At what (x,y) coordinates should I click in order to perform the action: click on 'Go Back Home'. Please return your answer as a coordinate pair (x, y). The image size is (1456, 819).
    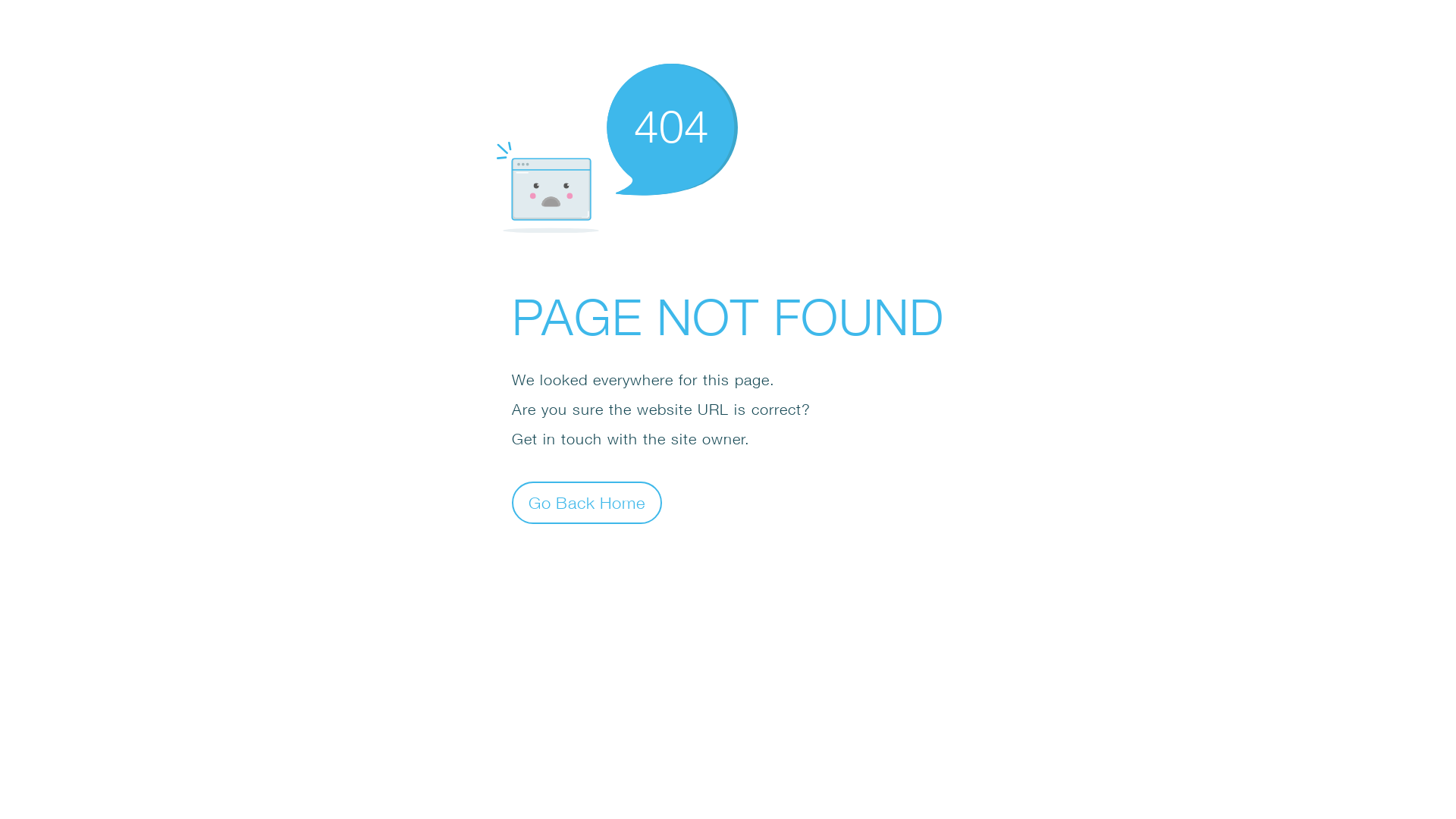
    Looking at the image, I should click on (585, 503).